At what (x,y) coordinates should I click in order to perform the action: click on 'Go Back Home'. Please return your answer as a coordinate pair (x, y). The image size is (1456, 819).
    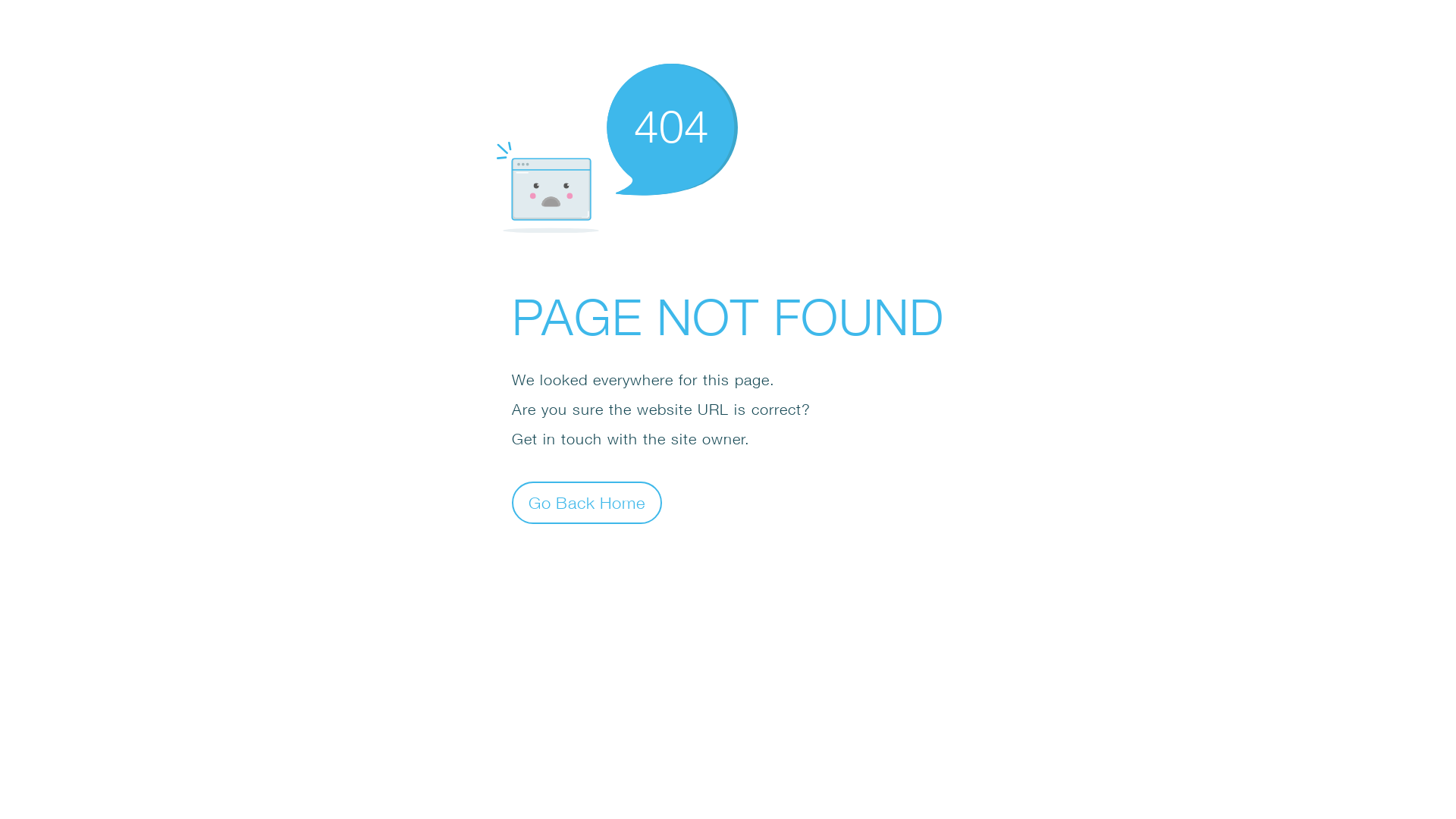
    Looking at the image, I should click on (585, 503).